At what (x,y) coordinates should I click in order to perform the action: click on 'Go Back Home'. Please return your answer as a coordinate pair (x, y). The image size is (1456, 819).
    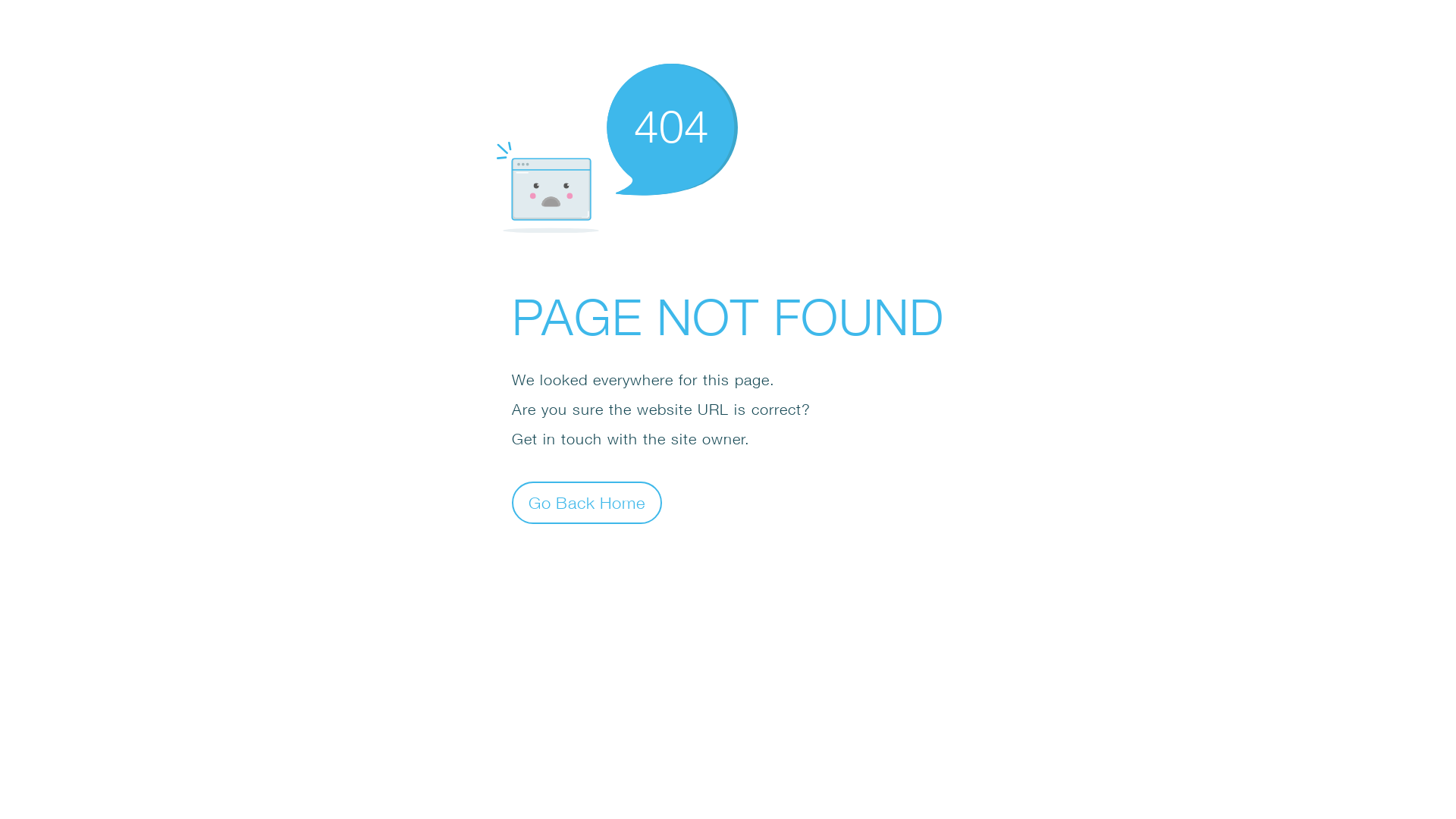
    Looking at the image, I should click on (585, 503).